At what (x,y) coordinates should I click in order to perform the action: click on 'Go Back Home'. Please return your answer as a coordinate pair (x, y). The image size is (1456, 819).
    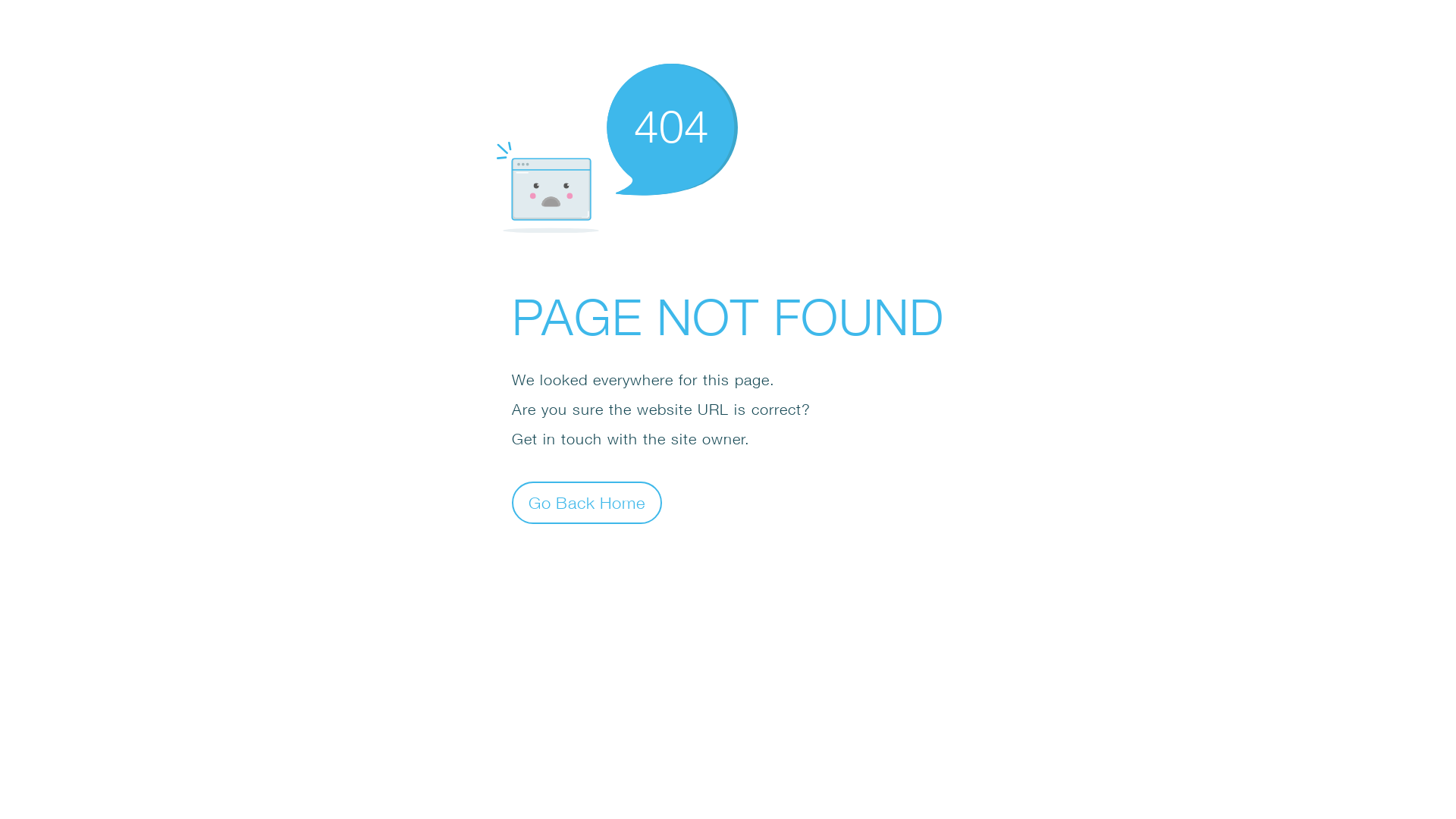
    Looking at the image, I should click on (585, 503).